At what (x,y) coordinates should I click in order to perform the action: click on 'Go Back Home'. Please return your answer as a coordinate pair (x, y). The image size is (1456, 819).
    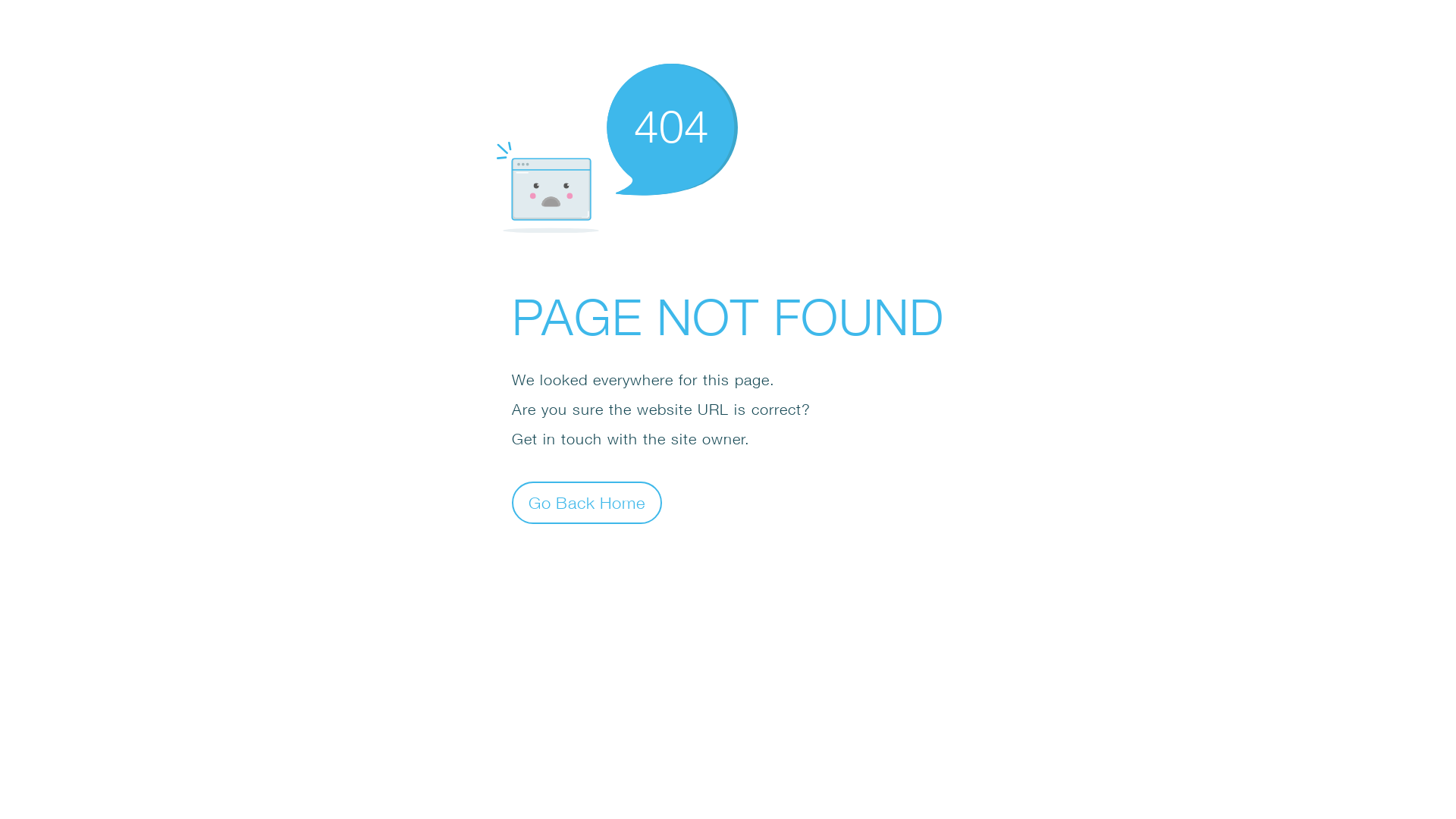
    Looking at the image, I should click on (585, 503).